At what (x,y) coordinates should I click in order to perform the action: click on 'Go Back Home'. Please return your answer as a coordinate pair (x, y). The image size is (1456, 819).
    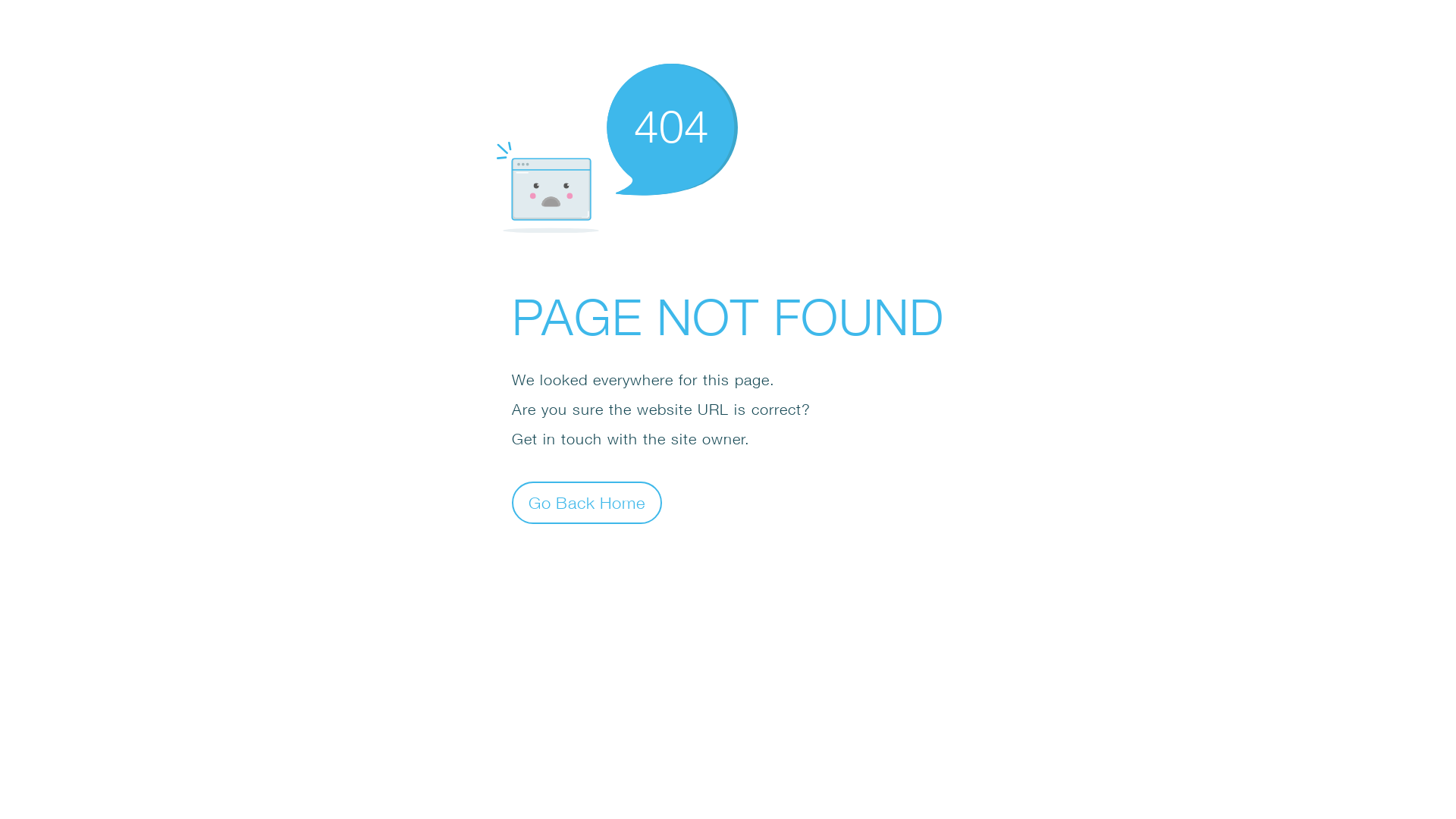
    Looking at the image, I should click on (585, 503).